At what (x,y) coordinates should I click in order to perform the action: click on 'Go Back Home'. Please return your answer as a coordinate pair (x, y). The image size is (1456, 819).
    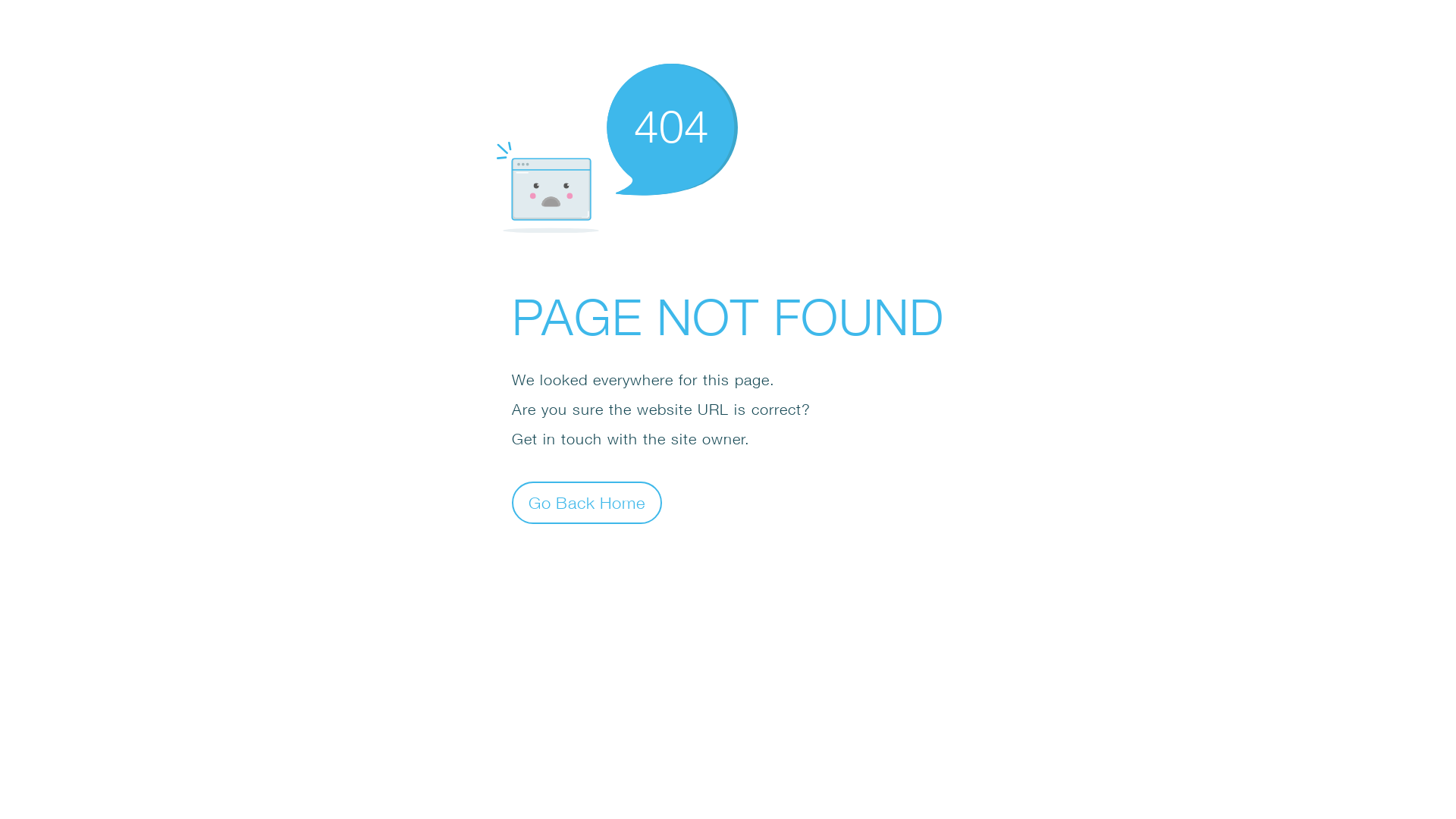
    Looking at the image, I should click on (585, 503).